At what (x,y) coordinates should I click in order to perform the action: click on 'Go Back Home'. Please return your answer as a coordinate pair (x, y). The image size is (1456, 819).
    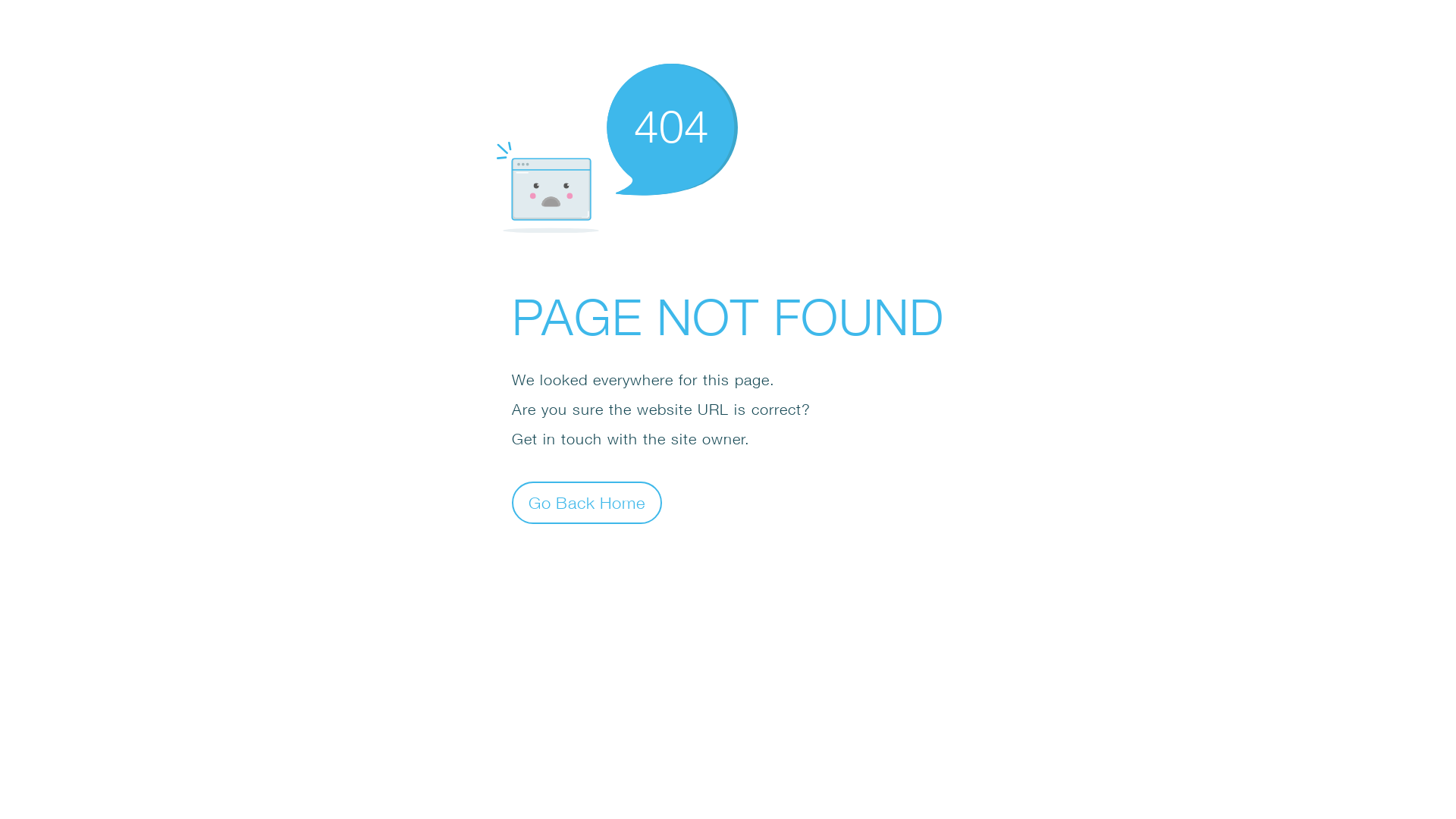
    Looking at the image, I should click on (585, 503).